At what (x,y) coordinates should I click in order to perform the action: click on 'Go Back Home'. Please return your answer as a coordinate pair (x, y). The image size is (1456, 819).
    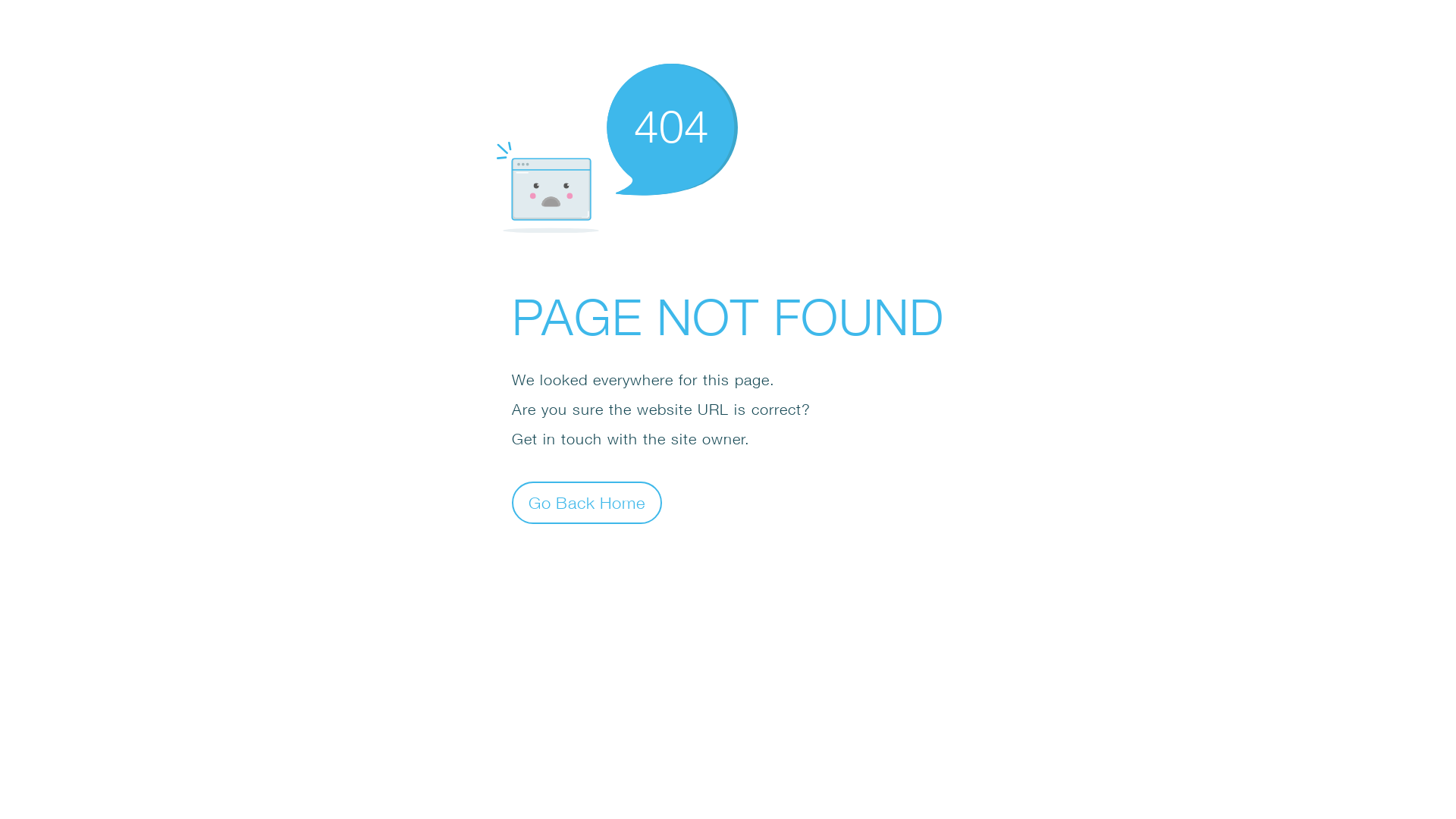
    Looking at the image, I should click on (585, 503).